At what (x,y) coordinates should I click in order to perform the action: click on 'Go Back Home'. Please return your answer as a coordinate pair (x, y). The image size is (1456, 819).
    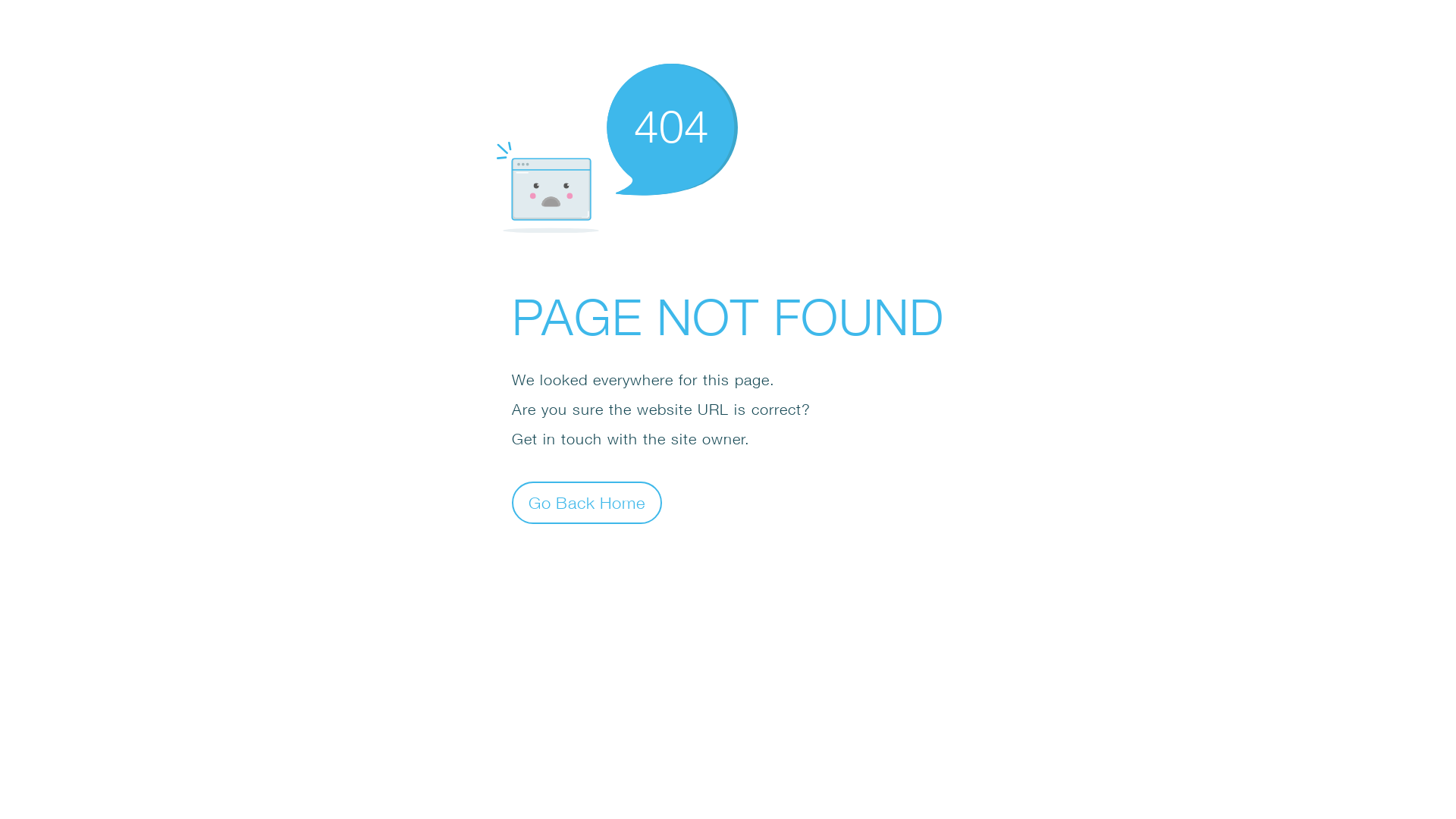
    Looking at the image, I should click on (585, 503).